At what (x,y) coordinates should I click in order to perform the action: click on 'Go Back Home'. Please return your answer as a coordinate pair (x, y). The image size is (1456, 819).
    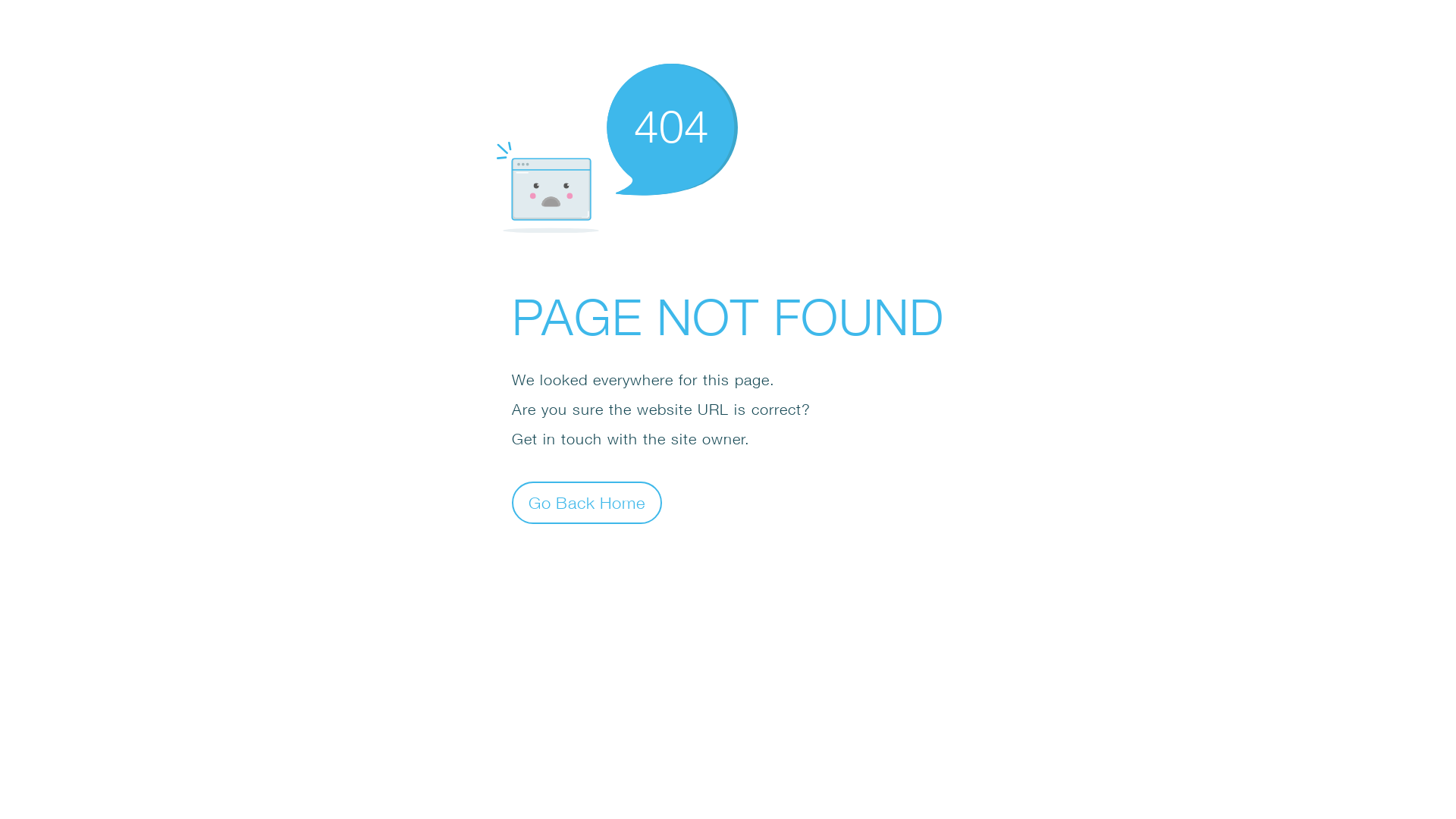
    Looking at the image, I should click on (585, 503).